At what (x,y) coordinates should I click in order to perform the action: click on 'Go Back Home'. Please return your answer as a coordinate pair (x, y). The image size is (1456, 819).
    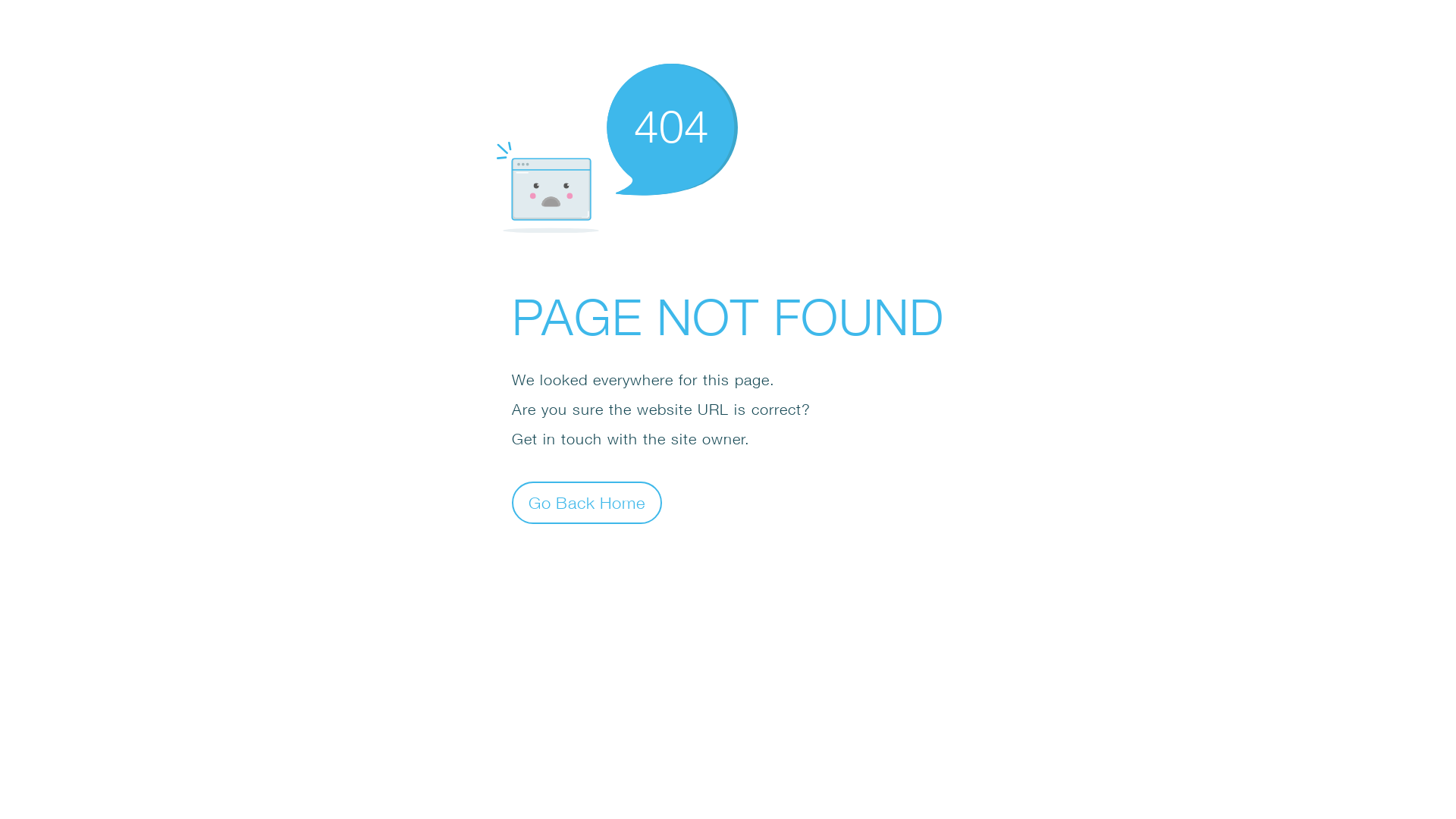
    Looking at the image, I should click on (585, 503).